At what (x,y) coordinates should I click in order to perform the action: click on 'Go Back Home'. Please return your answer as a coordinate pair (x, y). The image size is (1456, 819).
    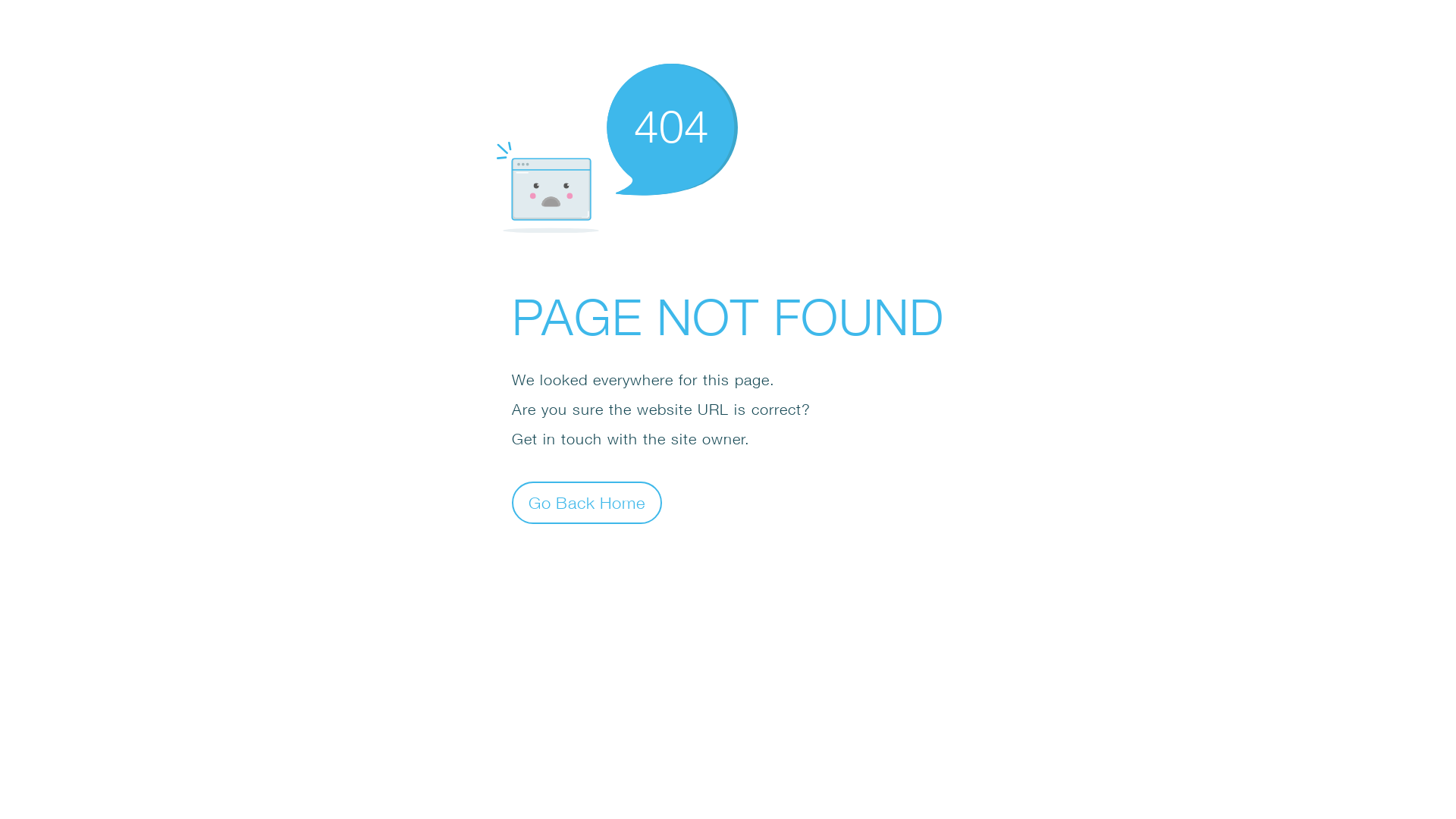
    Looking at the image, I should click on (585, 503).